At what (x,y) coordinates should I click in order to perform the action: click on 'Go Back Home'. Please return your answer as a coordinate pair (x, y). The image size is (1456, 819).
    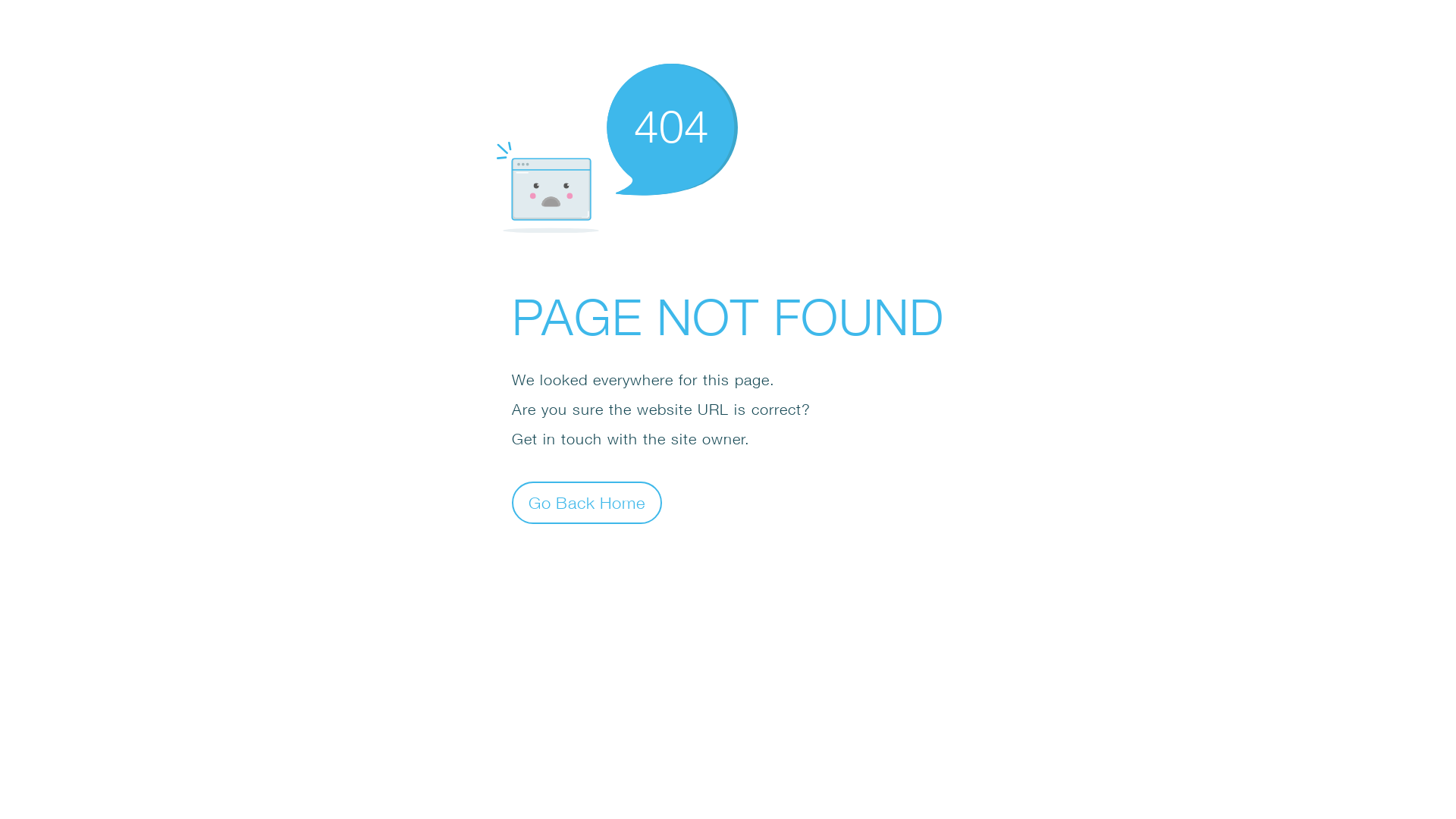
    Looking at the image, I should click on (585, 503).